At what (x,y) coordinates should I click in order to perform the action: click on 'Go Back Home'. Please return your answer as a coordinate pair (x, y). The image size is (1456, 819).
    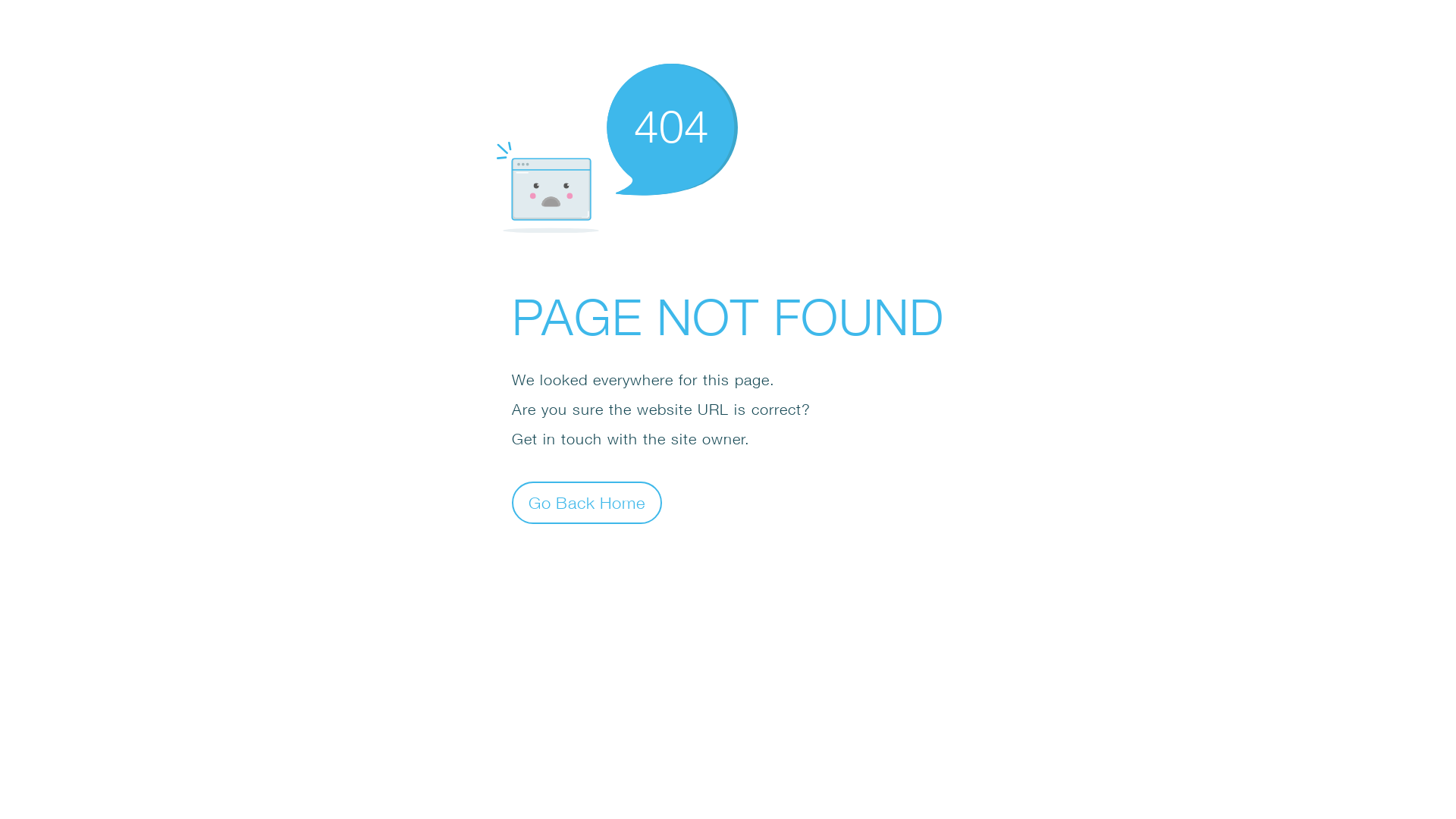
    Looking at the image, I should click on (585, 503).